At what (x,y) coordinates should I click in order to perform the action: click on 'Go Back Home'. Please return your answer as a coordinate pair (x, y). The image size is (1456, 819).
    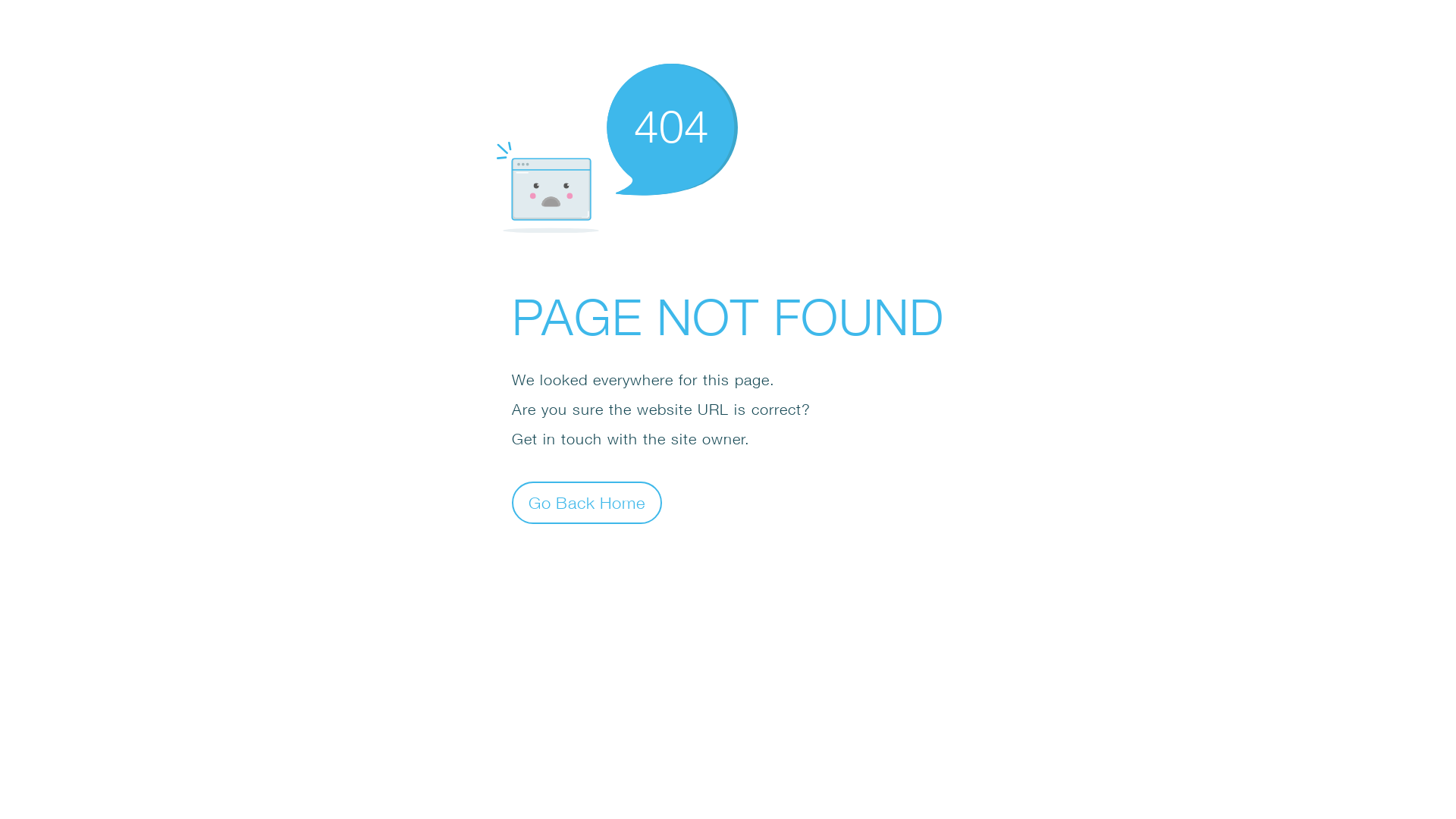
    Looking at the image, I should click on (585, 503).